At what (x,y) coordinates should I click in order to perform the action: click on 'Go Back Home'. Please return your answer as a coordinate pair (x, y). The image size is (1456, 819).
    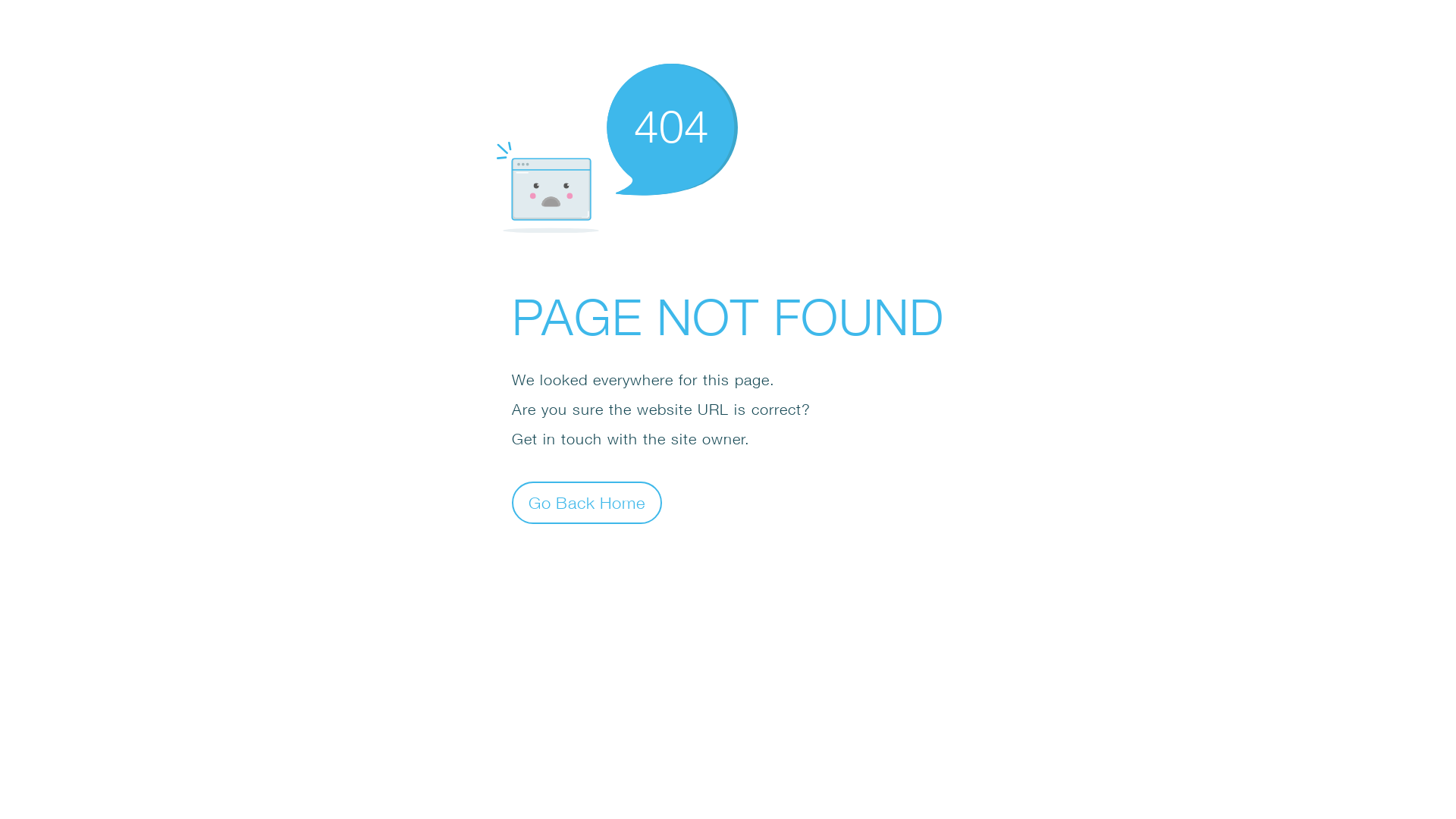
    Looking at the image, I should click on (585, 503).